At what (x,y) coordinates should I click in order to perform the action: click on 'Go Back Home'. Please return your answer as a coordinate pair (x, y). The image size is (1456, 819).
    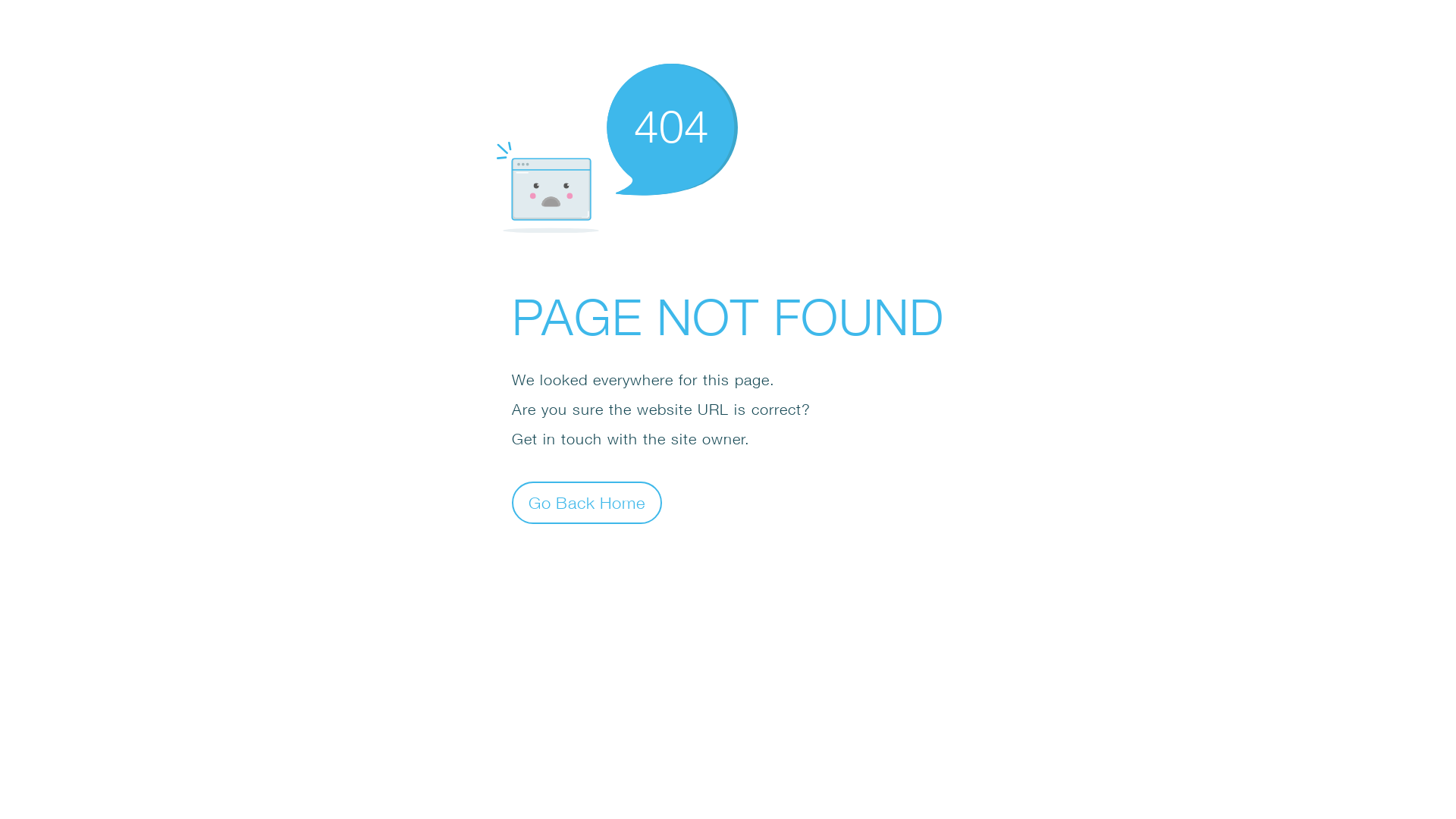
    Looking at the image, I should click on (585, 503).